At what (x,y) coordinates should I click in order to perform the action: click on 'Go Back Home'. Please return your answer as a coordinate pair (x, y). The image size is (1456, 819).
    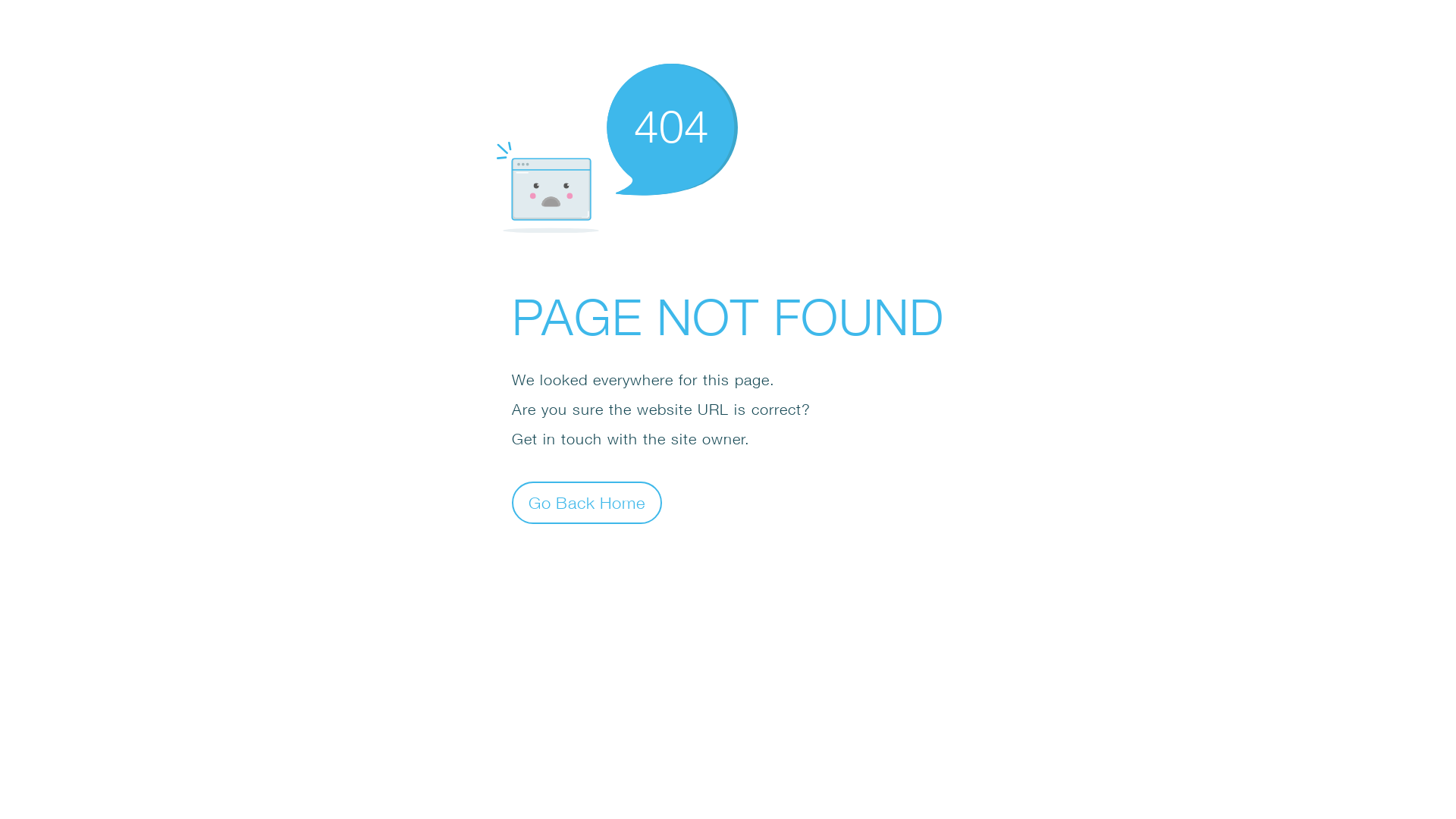
    Looking at the image, I should click on (585, 503).